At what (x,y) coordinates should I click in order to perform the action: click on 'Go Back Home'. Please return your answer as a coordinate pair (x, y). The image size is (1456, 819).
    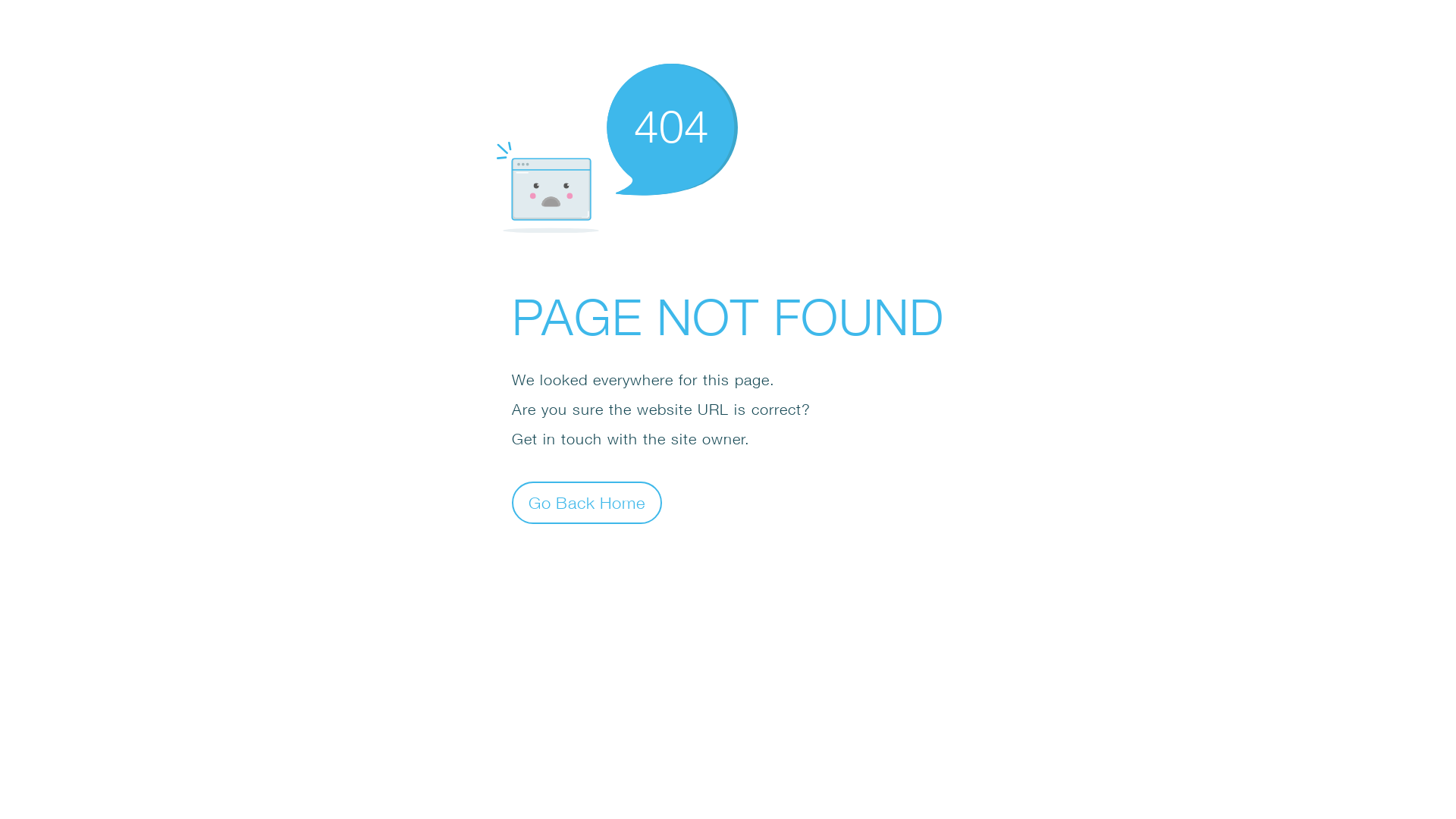
    Looking at the image, I should click on (585, 503).